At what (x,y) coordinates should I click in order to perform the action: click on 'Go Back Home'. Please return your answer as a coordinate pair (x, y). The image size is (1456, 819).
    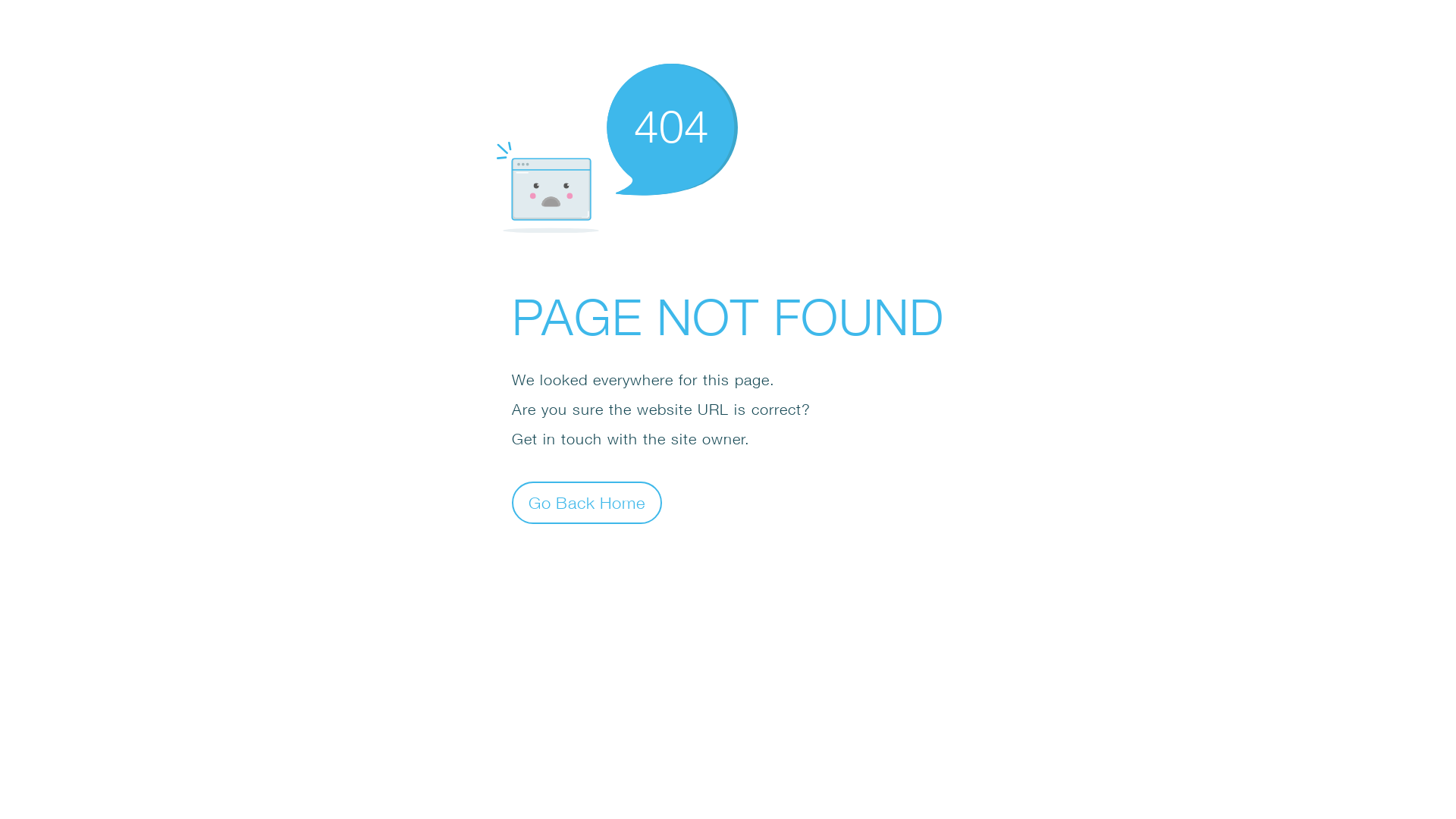
    Looking at the image, I should click on (585, 503).